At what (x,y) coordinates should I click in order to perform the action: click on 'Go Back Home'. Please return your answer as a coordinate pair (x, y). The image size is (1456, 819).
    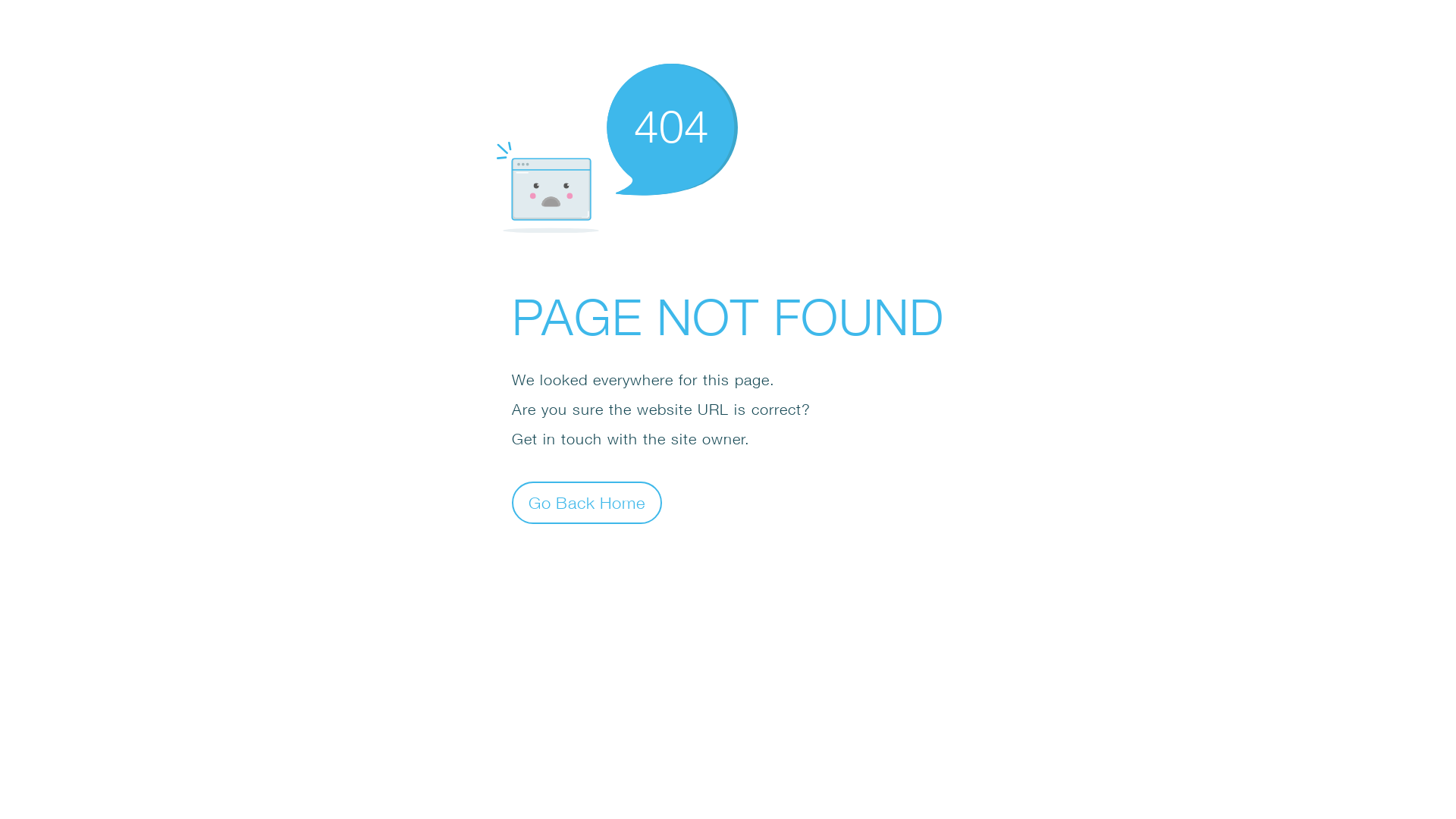
    Looking at the image, I should click on (585, 503).